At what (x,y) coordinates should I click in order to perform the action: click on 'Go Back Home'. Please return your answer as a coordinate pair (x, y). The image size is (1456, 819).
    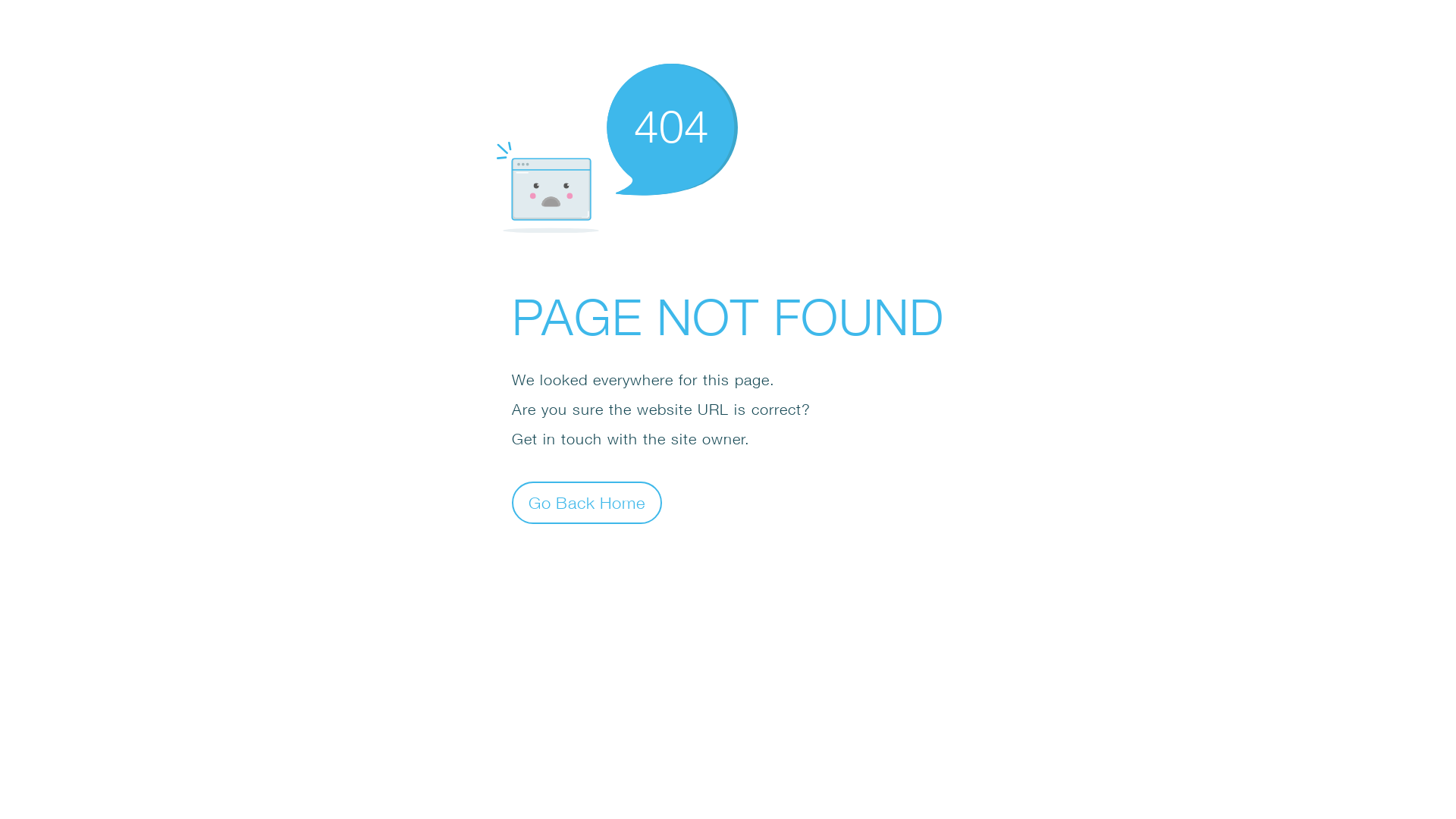
    Looking at the image, I should click on (585, 503).